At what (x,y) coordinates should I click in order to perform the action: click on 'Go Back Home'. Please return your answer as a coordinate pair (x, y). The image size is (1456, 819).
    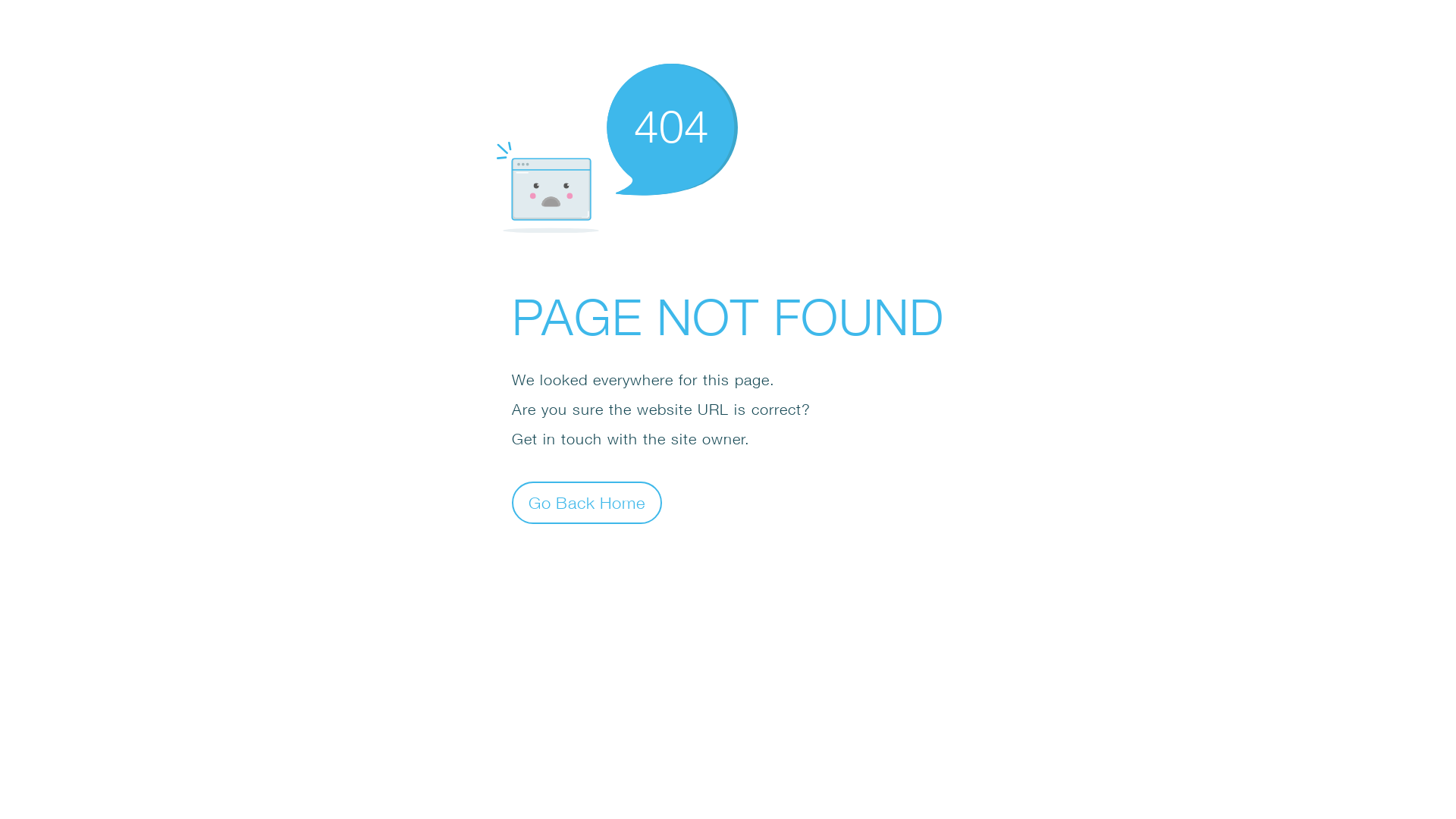
    Looking at the image, I should click on (585, 503).